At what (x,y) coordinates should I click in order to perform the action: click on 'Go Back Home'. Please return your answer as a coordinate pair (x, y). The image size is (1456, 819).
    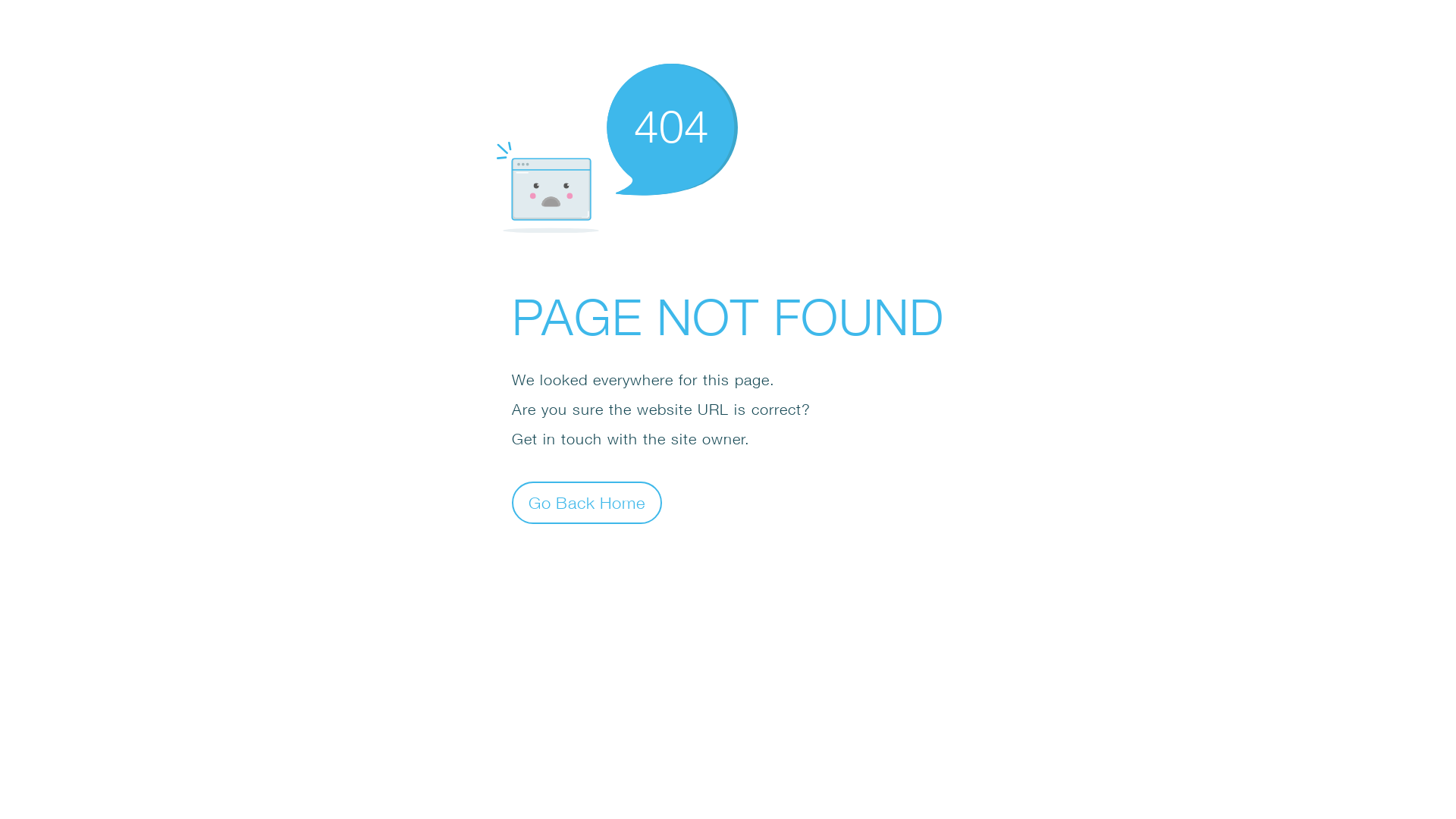
    Looking at the image, I should click on (585, 503).